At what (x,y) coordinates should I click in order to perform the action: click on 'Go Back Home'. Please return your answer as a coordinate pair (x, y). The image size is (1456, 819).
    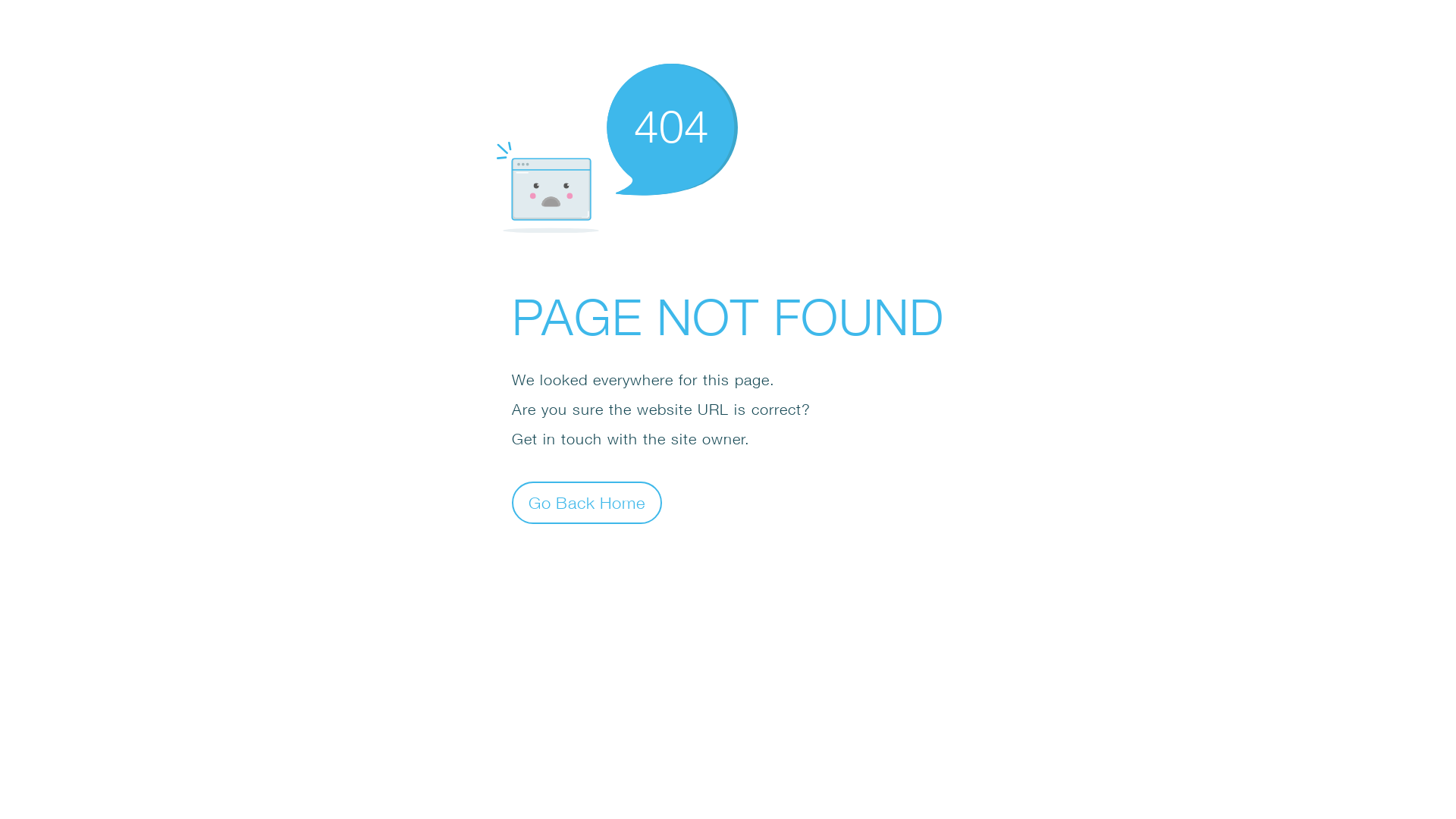
    Looking at the image, I should click on (585, 503).